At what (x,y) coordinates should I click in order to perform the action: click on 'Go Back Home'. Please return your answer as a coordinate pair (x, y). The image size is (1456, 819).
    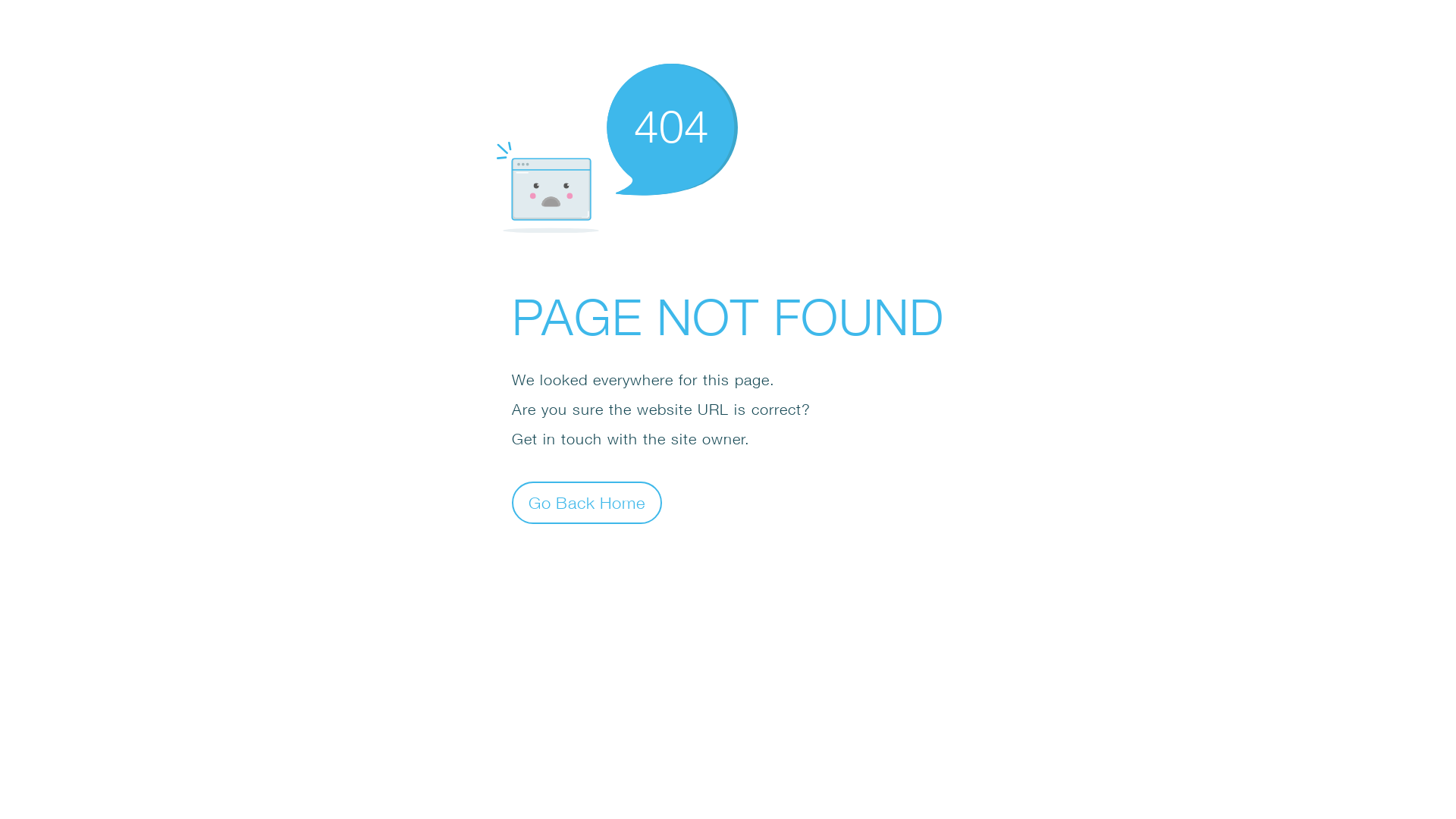
    Looking at the image, I should click on (585, 503).